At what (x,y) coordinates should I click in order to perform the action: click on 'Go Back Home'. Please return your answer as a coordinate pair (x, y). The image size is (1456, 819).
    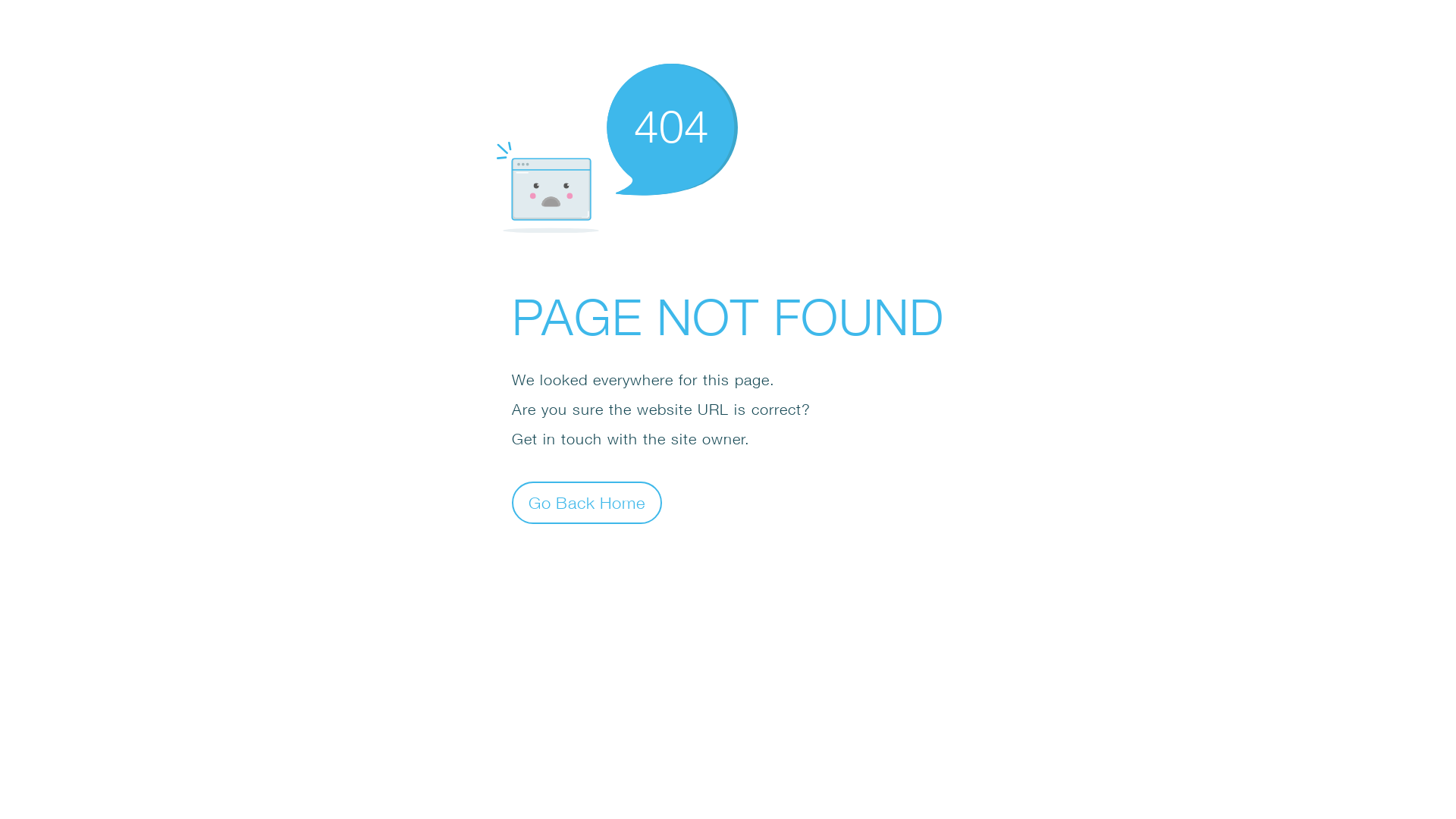
    Looking at the image, I should click on (585, 503).